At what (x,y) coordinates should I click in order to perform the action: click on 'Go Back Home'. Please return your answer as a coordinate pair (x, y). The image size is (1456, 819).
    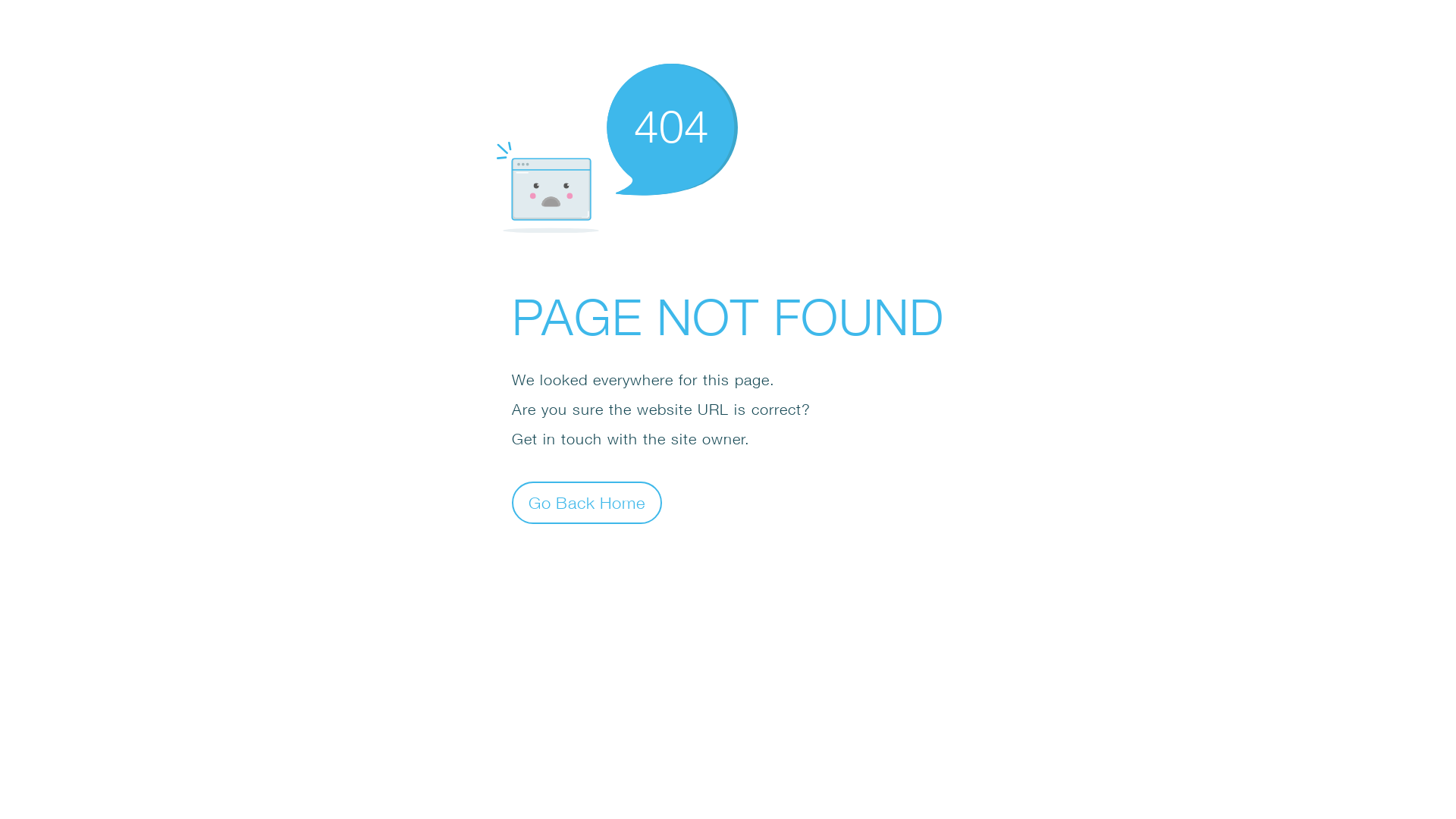
    Looking at the image, I should click on (585, 503).